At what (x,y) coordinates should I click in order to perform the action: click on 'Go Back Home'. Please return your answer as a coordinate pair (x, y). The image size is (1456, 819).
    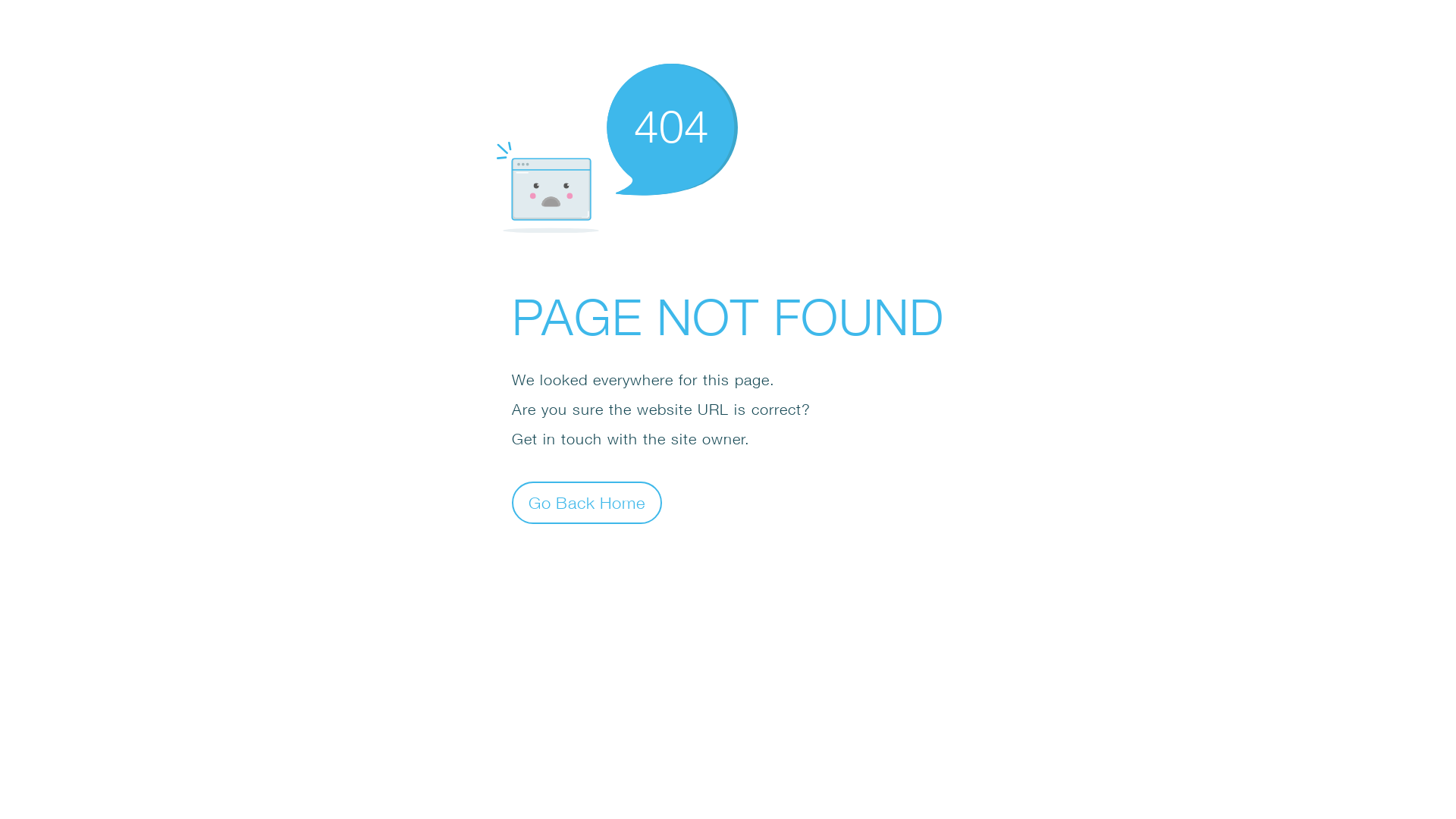
    Looking at the image, I should click on (585, 503).